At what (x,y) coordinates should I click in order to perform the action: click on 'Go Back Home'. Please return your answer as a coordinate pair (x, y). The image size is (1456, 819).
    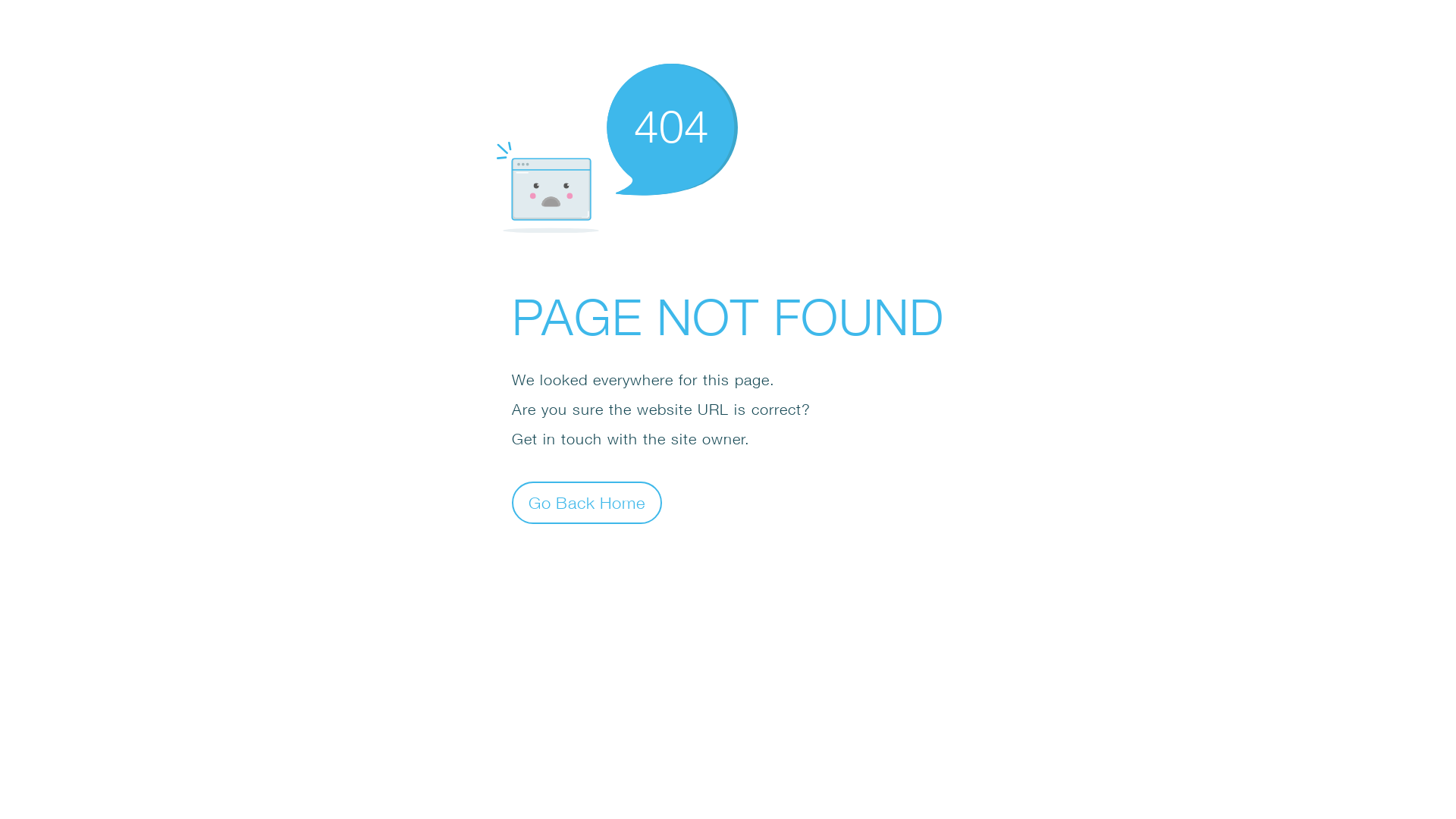
    Looking at the image, I should click on (585, 503).